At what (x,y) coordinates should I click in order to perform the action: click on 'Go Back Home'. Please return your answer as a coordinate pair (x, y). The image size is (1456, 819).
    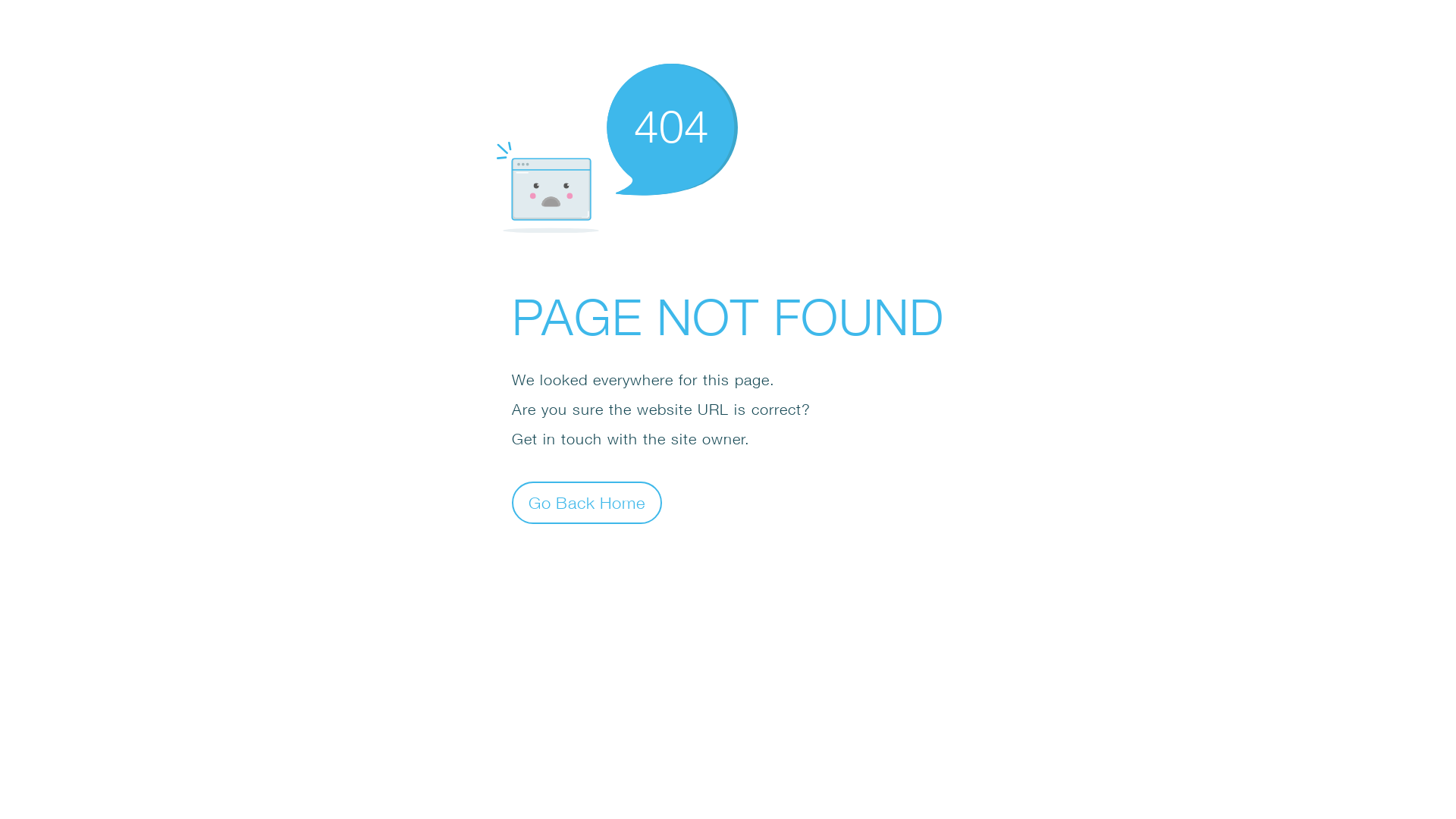
    Looking at the image, I should click on (585, 503).